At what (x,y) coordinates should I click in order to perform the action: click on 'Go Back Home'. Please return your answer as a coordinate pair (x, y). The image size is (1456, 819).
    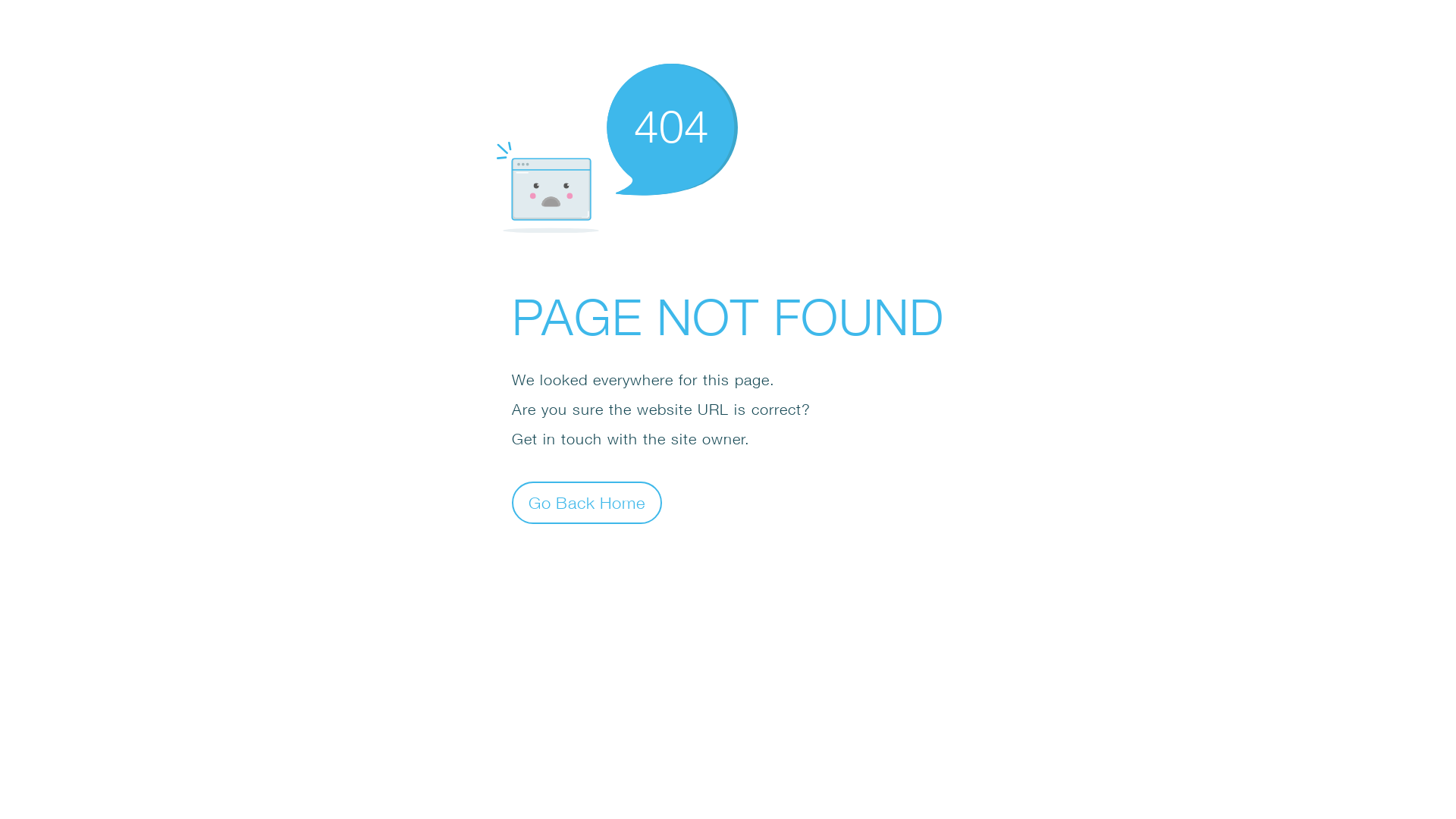
    Looking at the image, I should click on (585, 503).